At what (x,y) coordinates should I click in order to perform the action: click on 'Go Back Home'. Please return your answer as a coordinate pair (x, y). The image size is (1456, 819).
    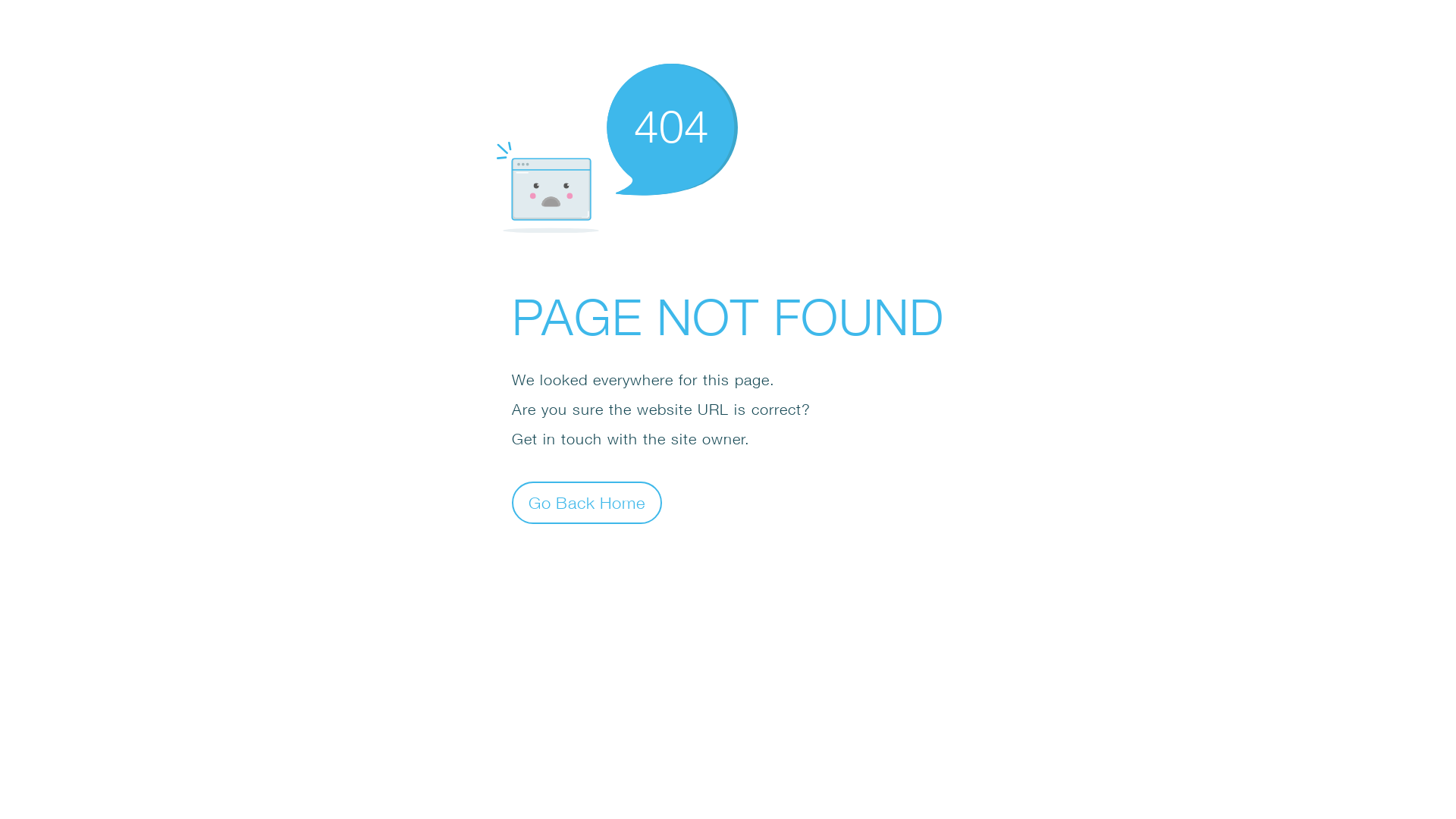
    Looking at the image, I should click on (585, 503).